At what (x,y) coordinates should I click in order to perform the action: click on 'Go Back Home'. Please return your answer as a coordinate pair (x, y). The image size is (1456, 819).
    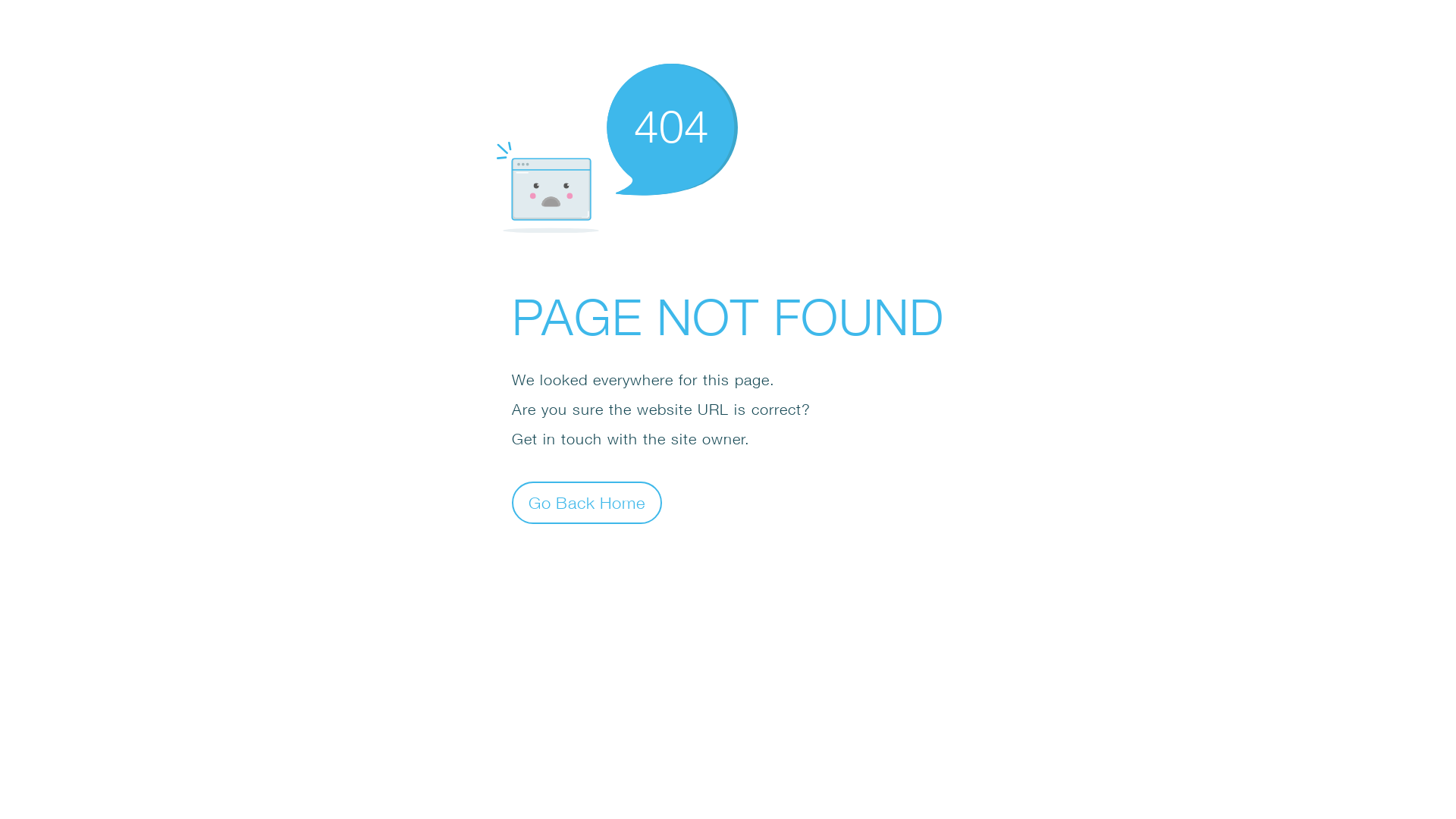
    Looking at the image, I should click on (585, 503).